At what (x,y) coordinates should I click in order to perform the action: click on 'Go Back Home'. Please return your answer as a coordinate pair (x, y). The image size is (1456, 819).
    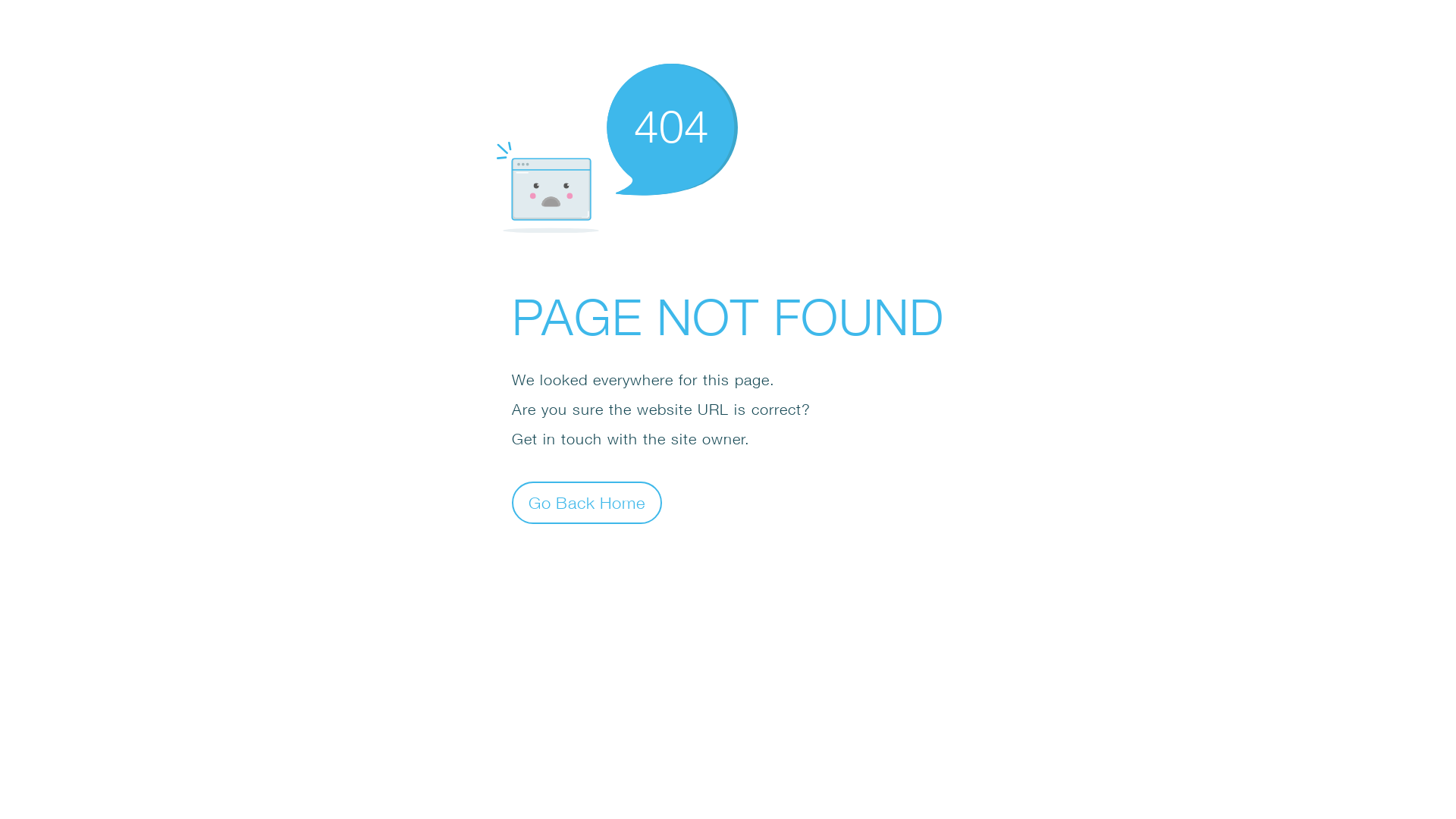
    Looking at the image, I should click on (585, 503).